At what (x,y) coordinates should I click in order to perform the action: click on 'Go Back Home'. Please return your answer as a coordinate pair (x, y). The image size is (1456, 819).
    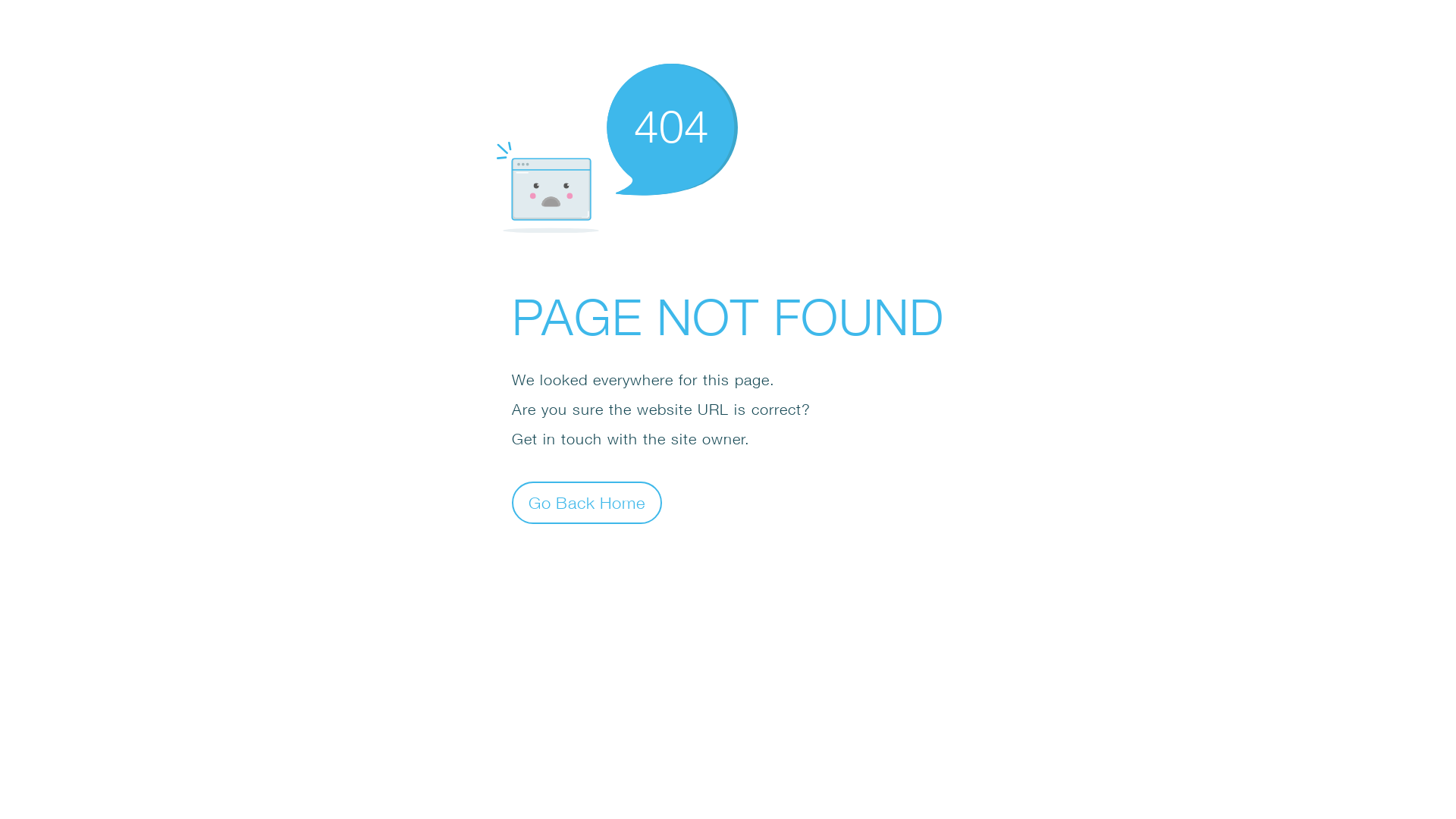
    Looking at the image, I should click on (585, 503).